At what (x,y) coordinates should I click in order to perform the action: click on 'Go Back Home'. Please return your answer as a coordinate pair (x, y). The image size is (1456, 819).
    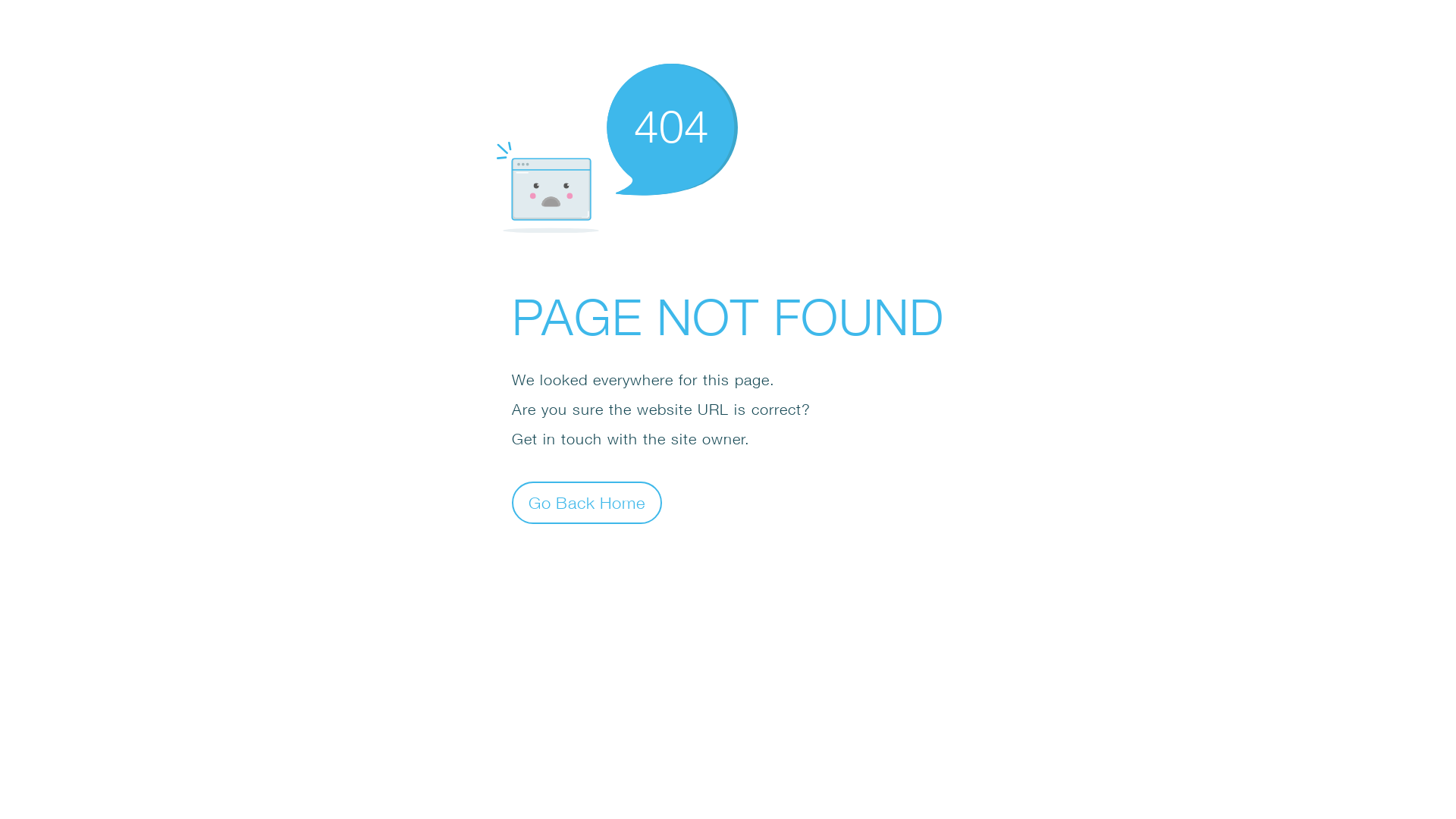
    Looking at the image, I should click on (585, 503).